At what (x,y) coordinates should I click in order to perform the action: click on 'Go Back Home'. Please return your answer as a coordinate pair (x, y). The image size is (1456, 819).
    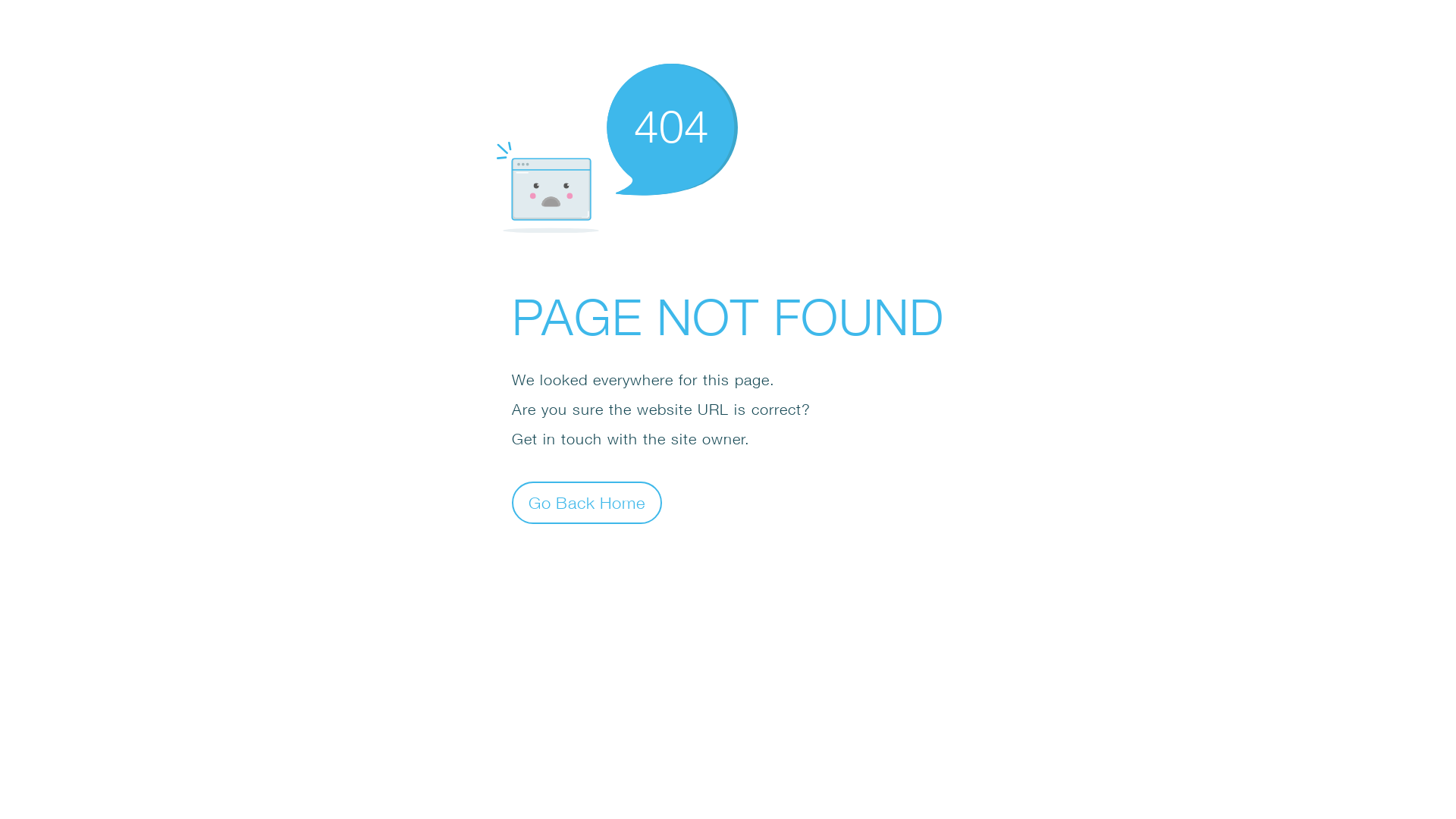
    Looking at the image, I should click on (585, 503).